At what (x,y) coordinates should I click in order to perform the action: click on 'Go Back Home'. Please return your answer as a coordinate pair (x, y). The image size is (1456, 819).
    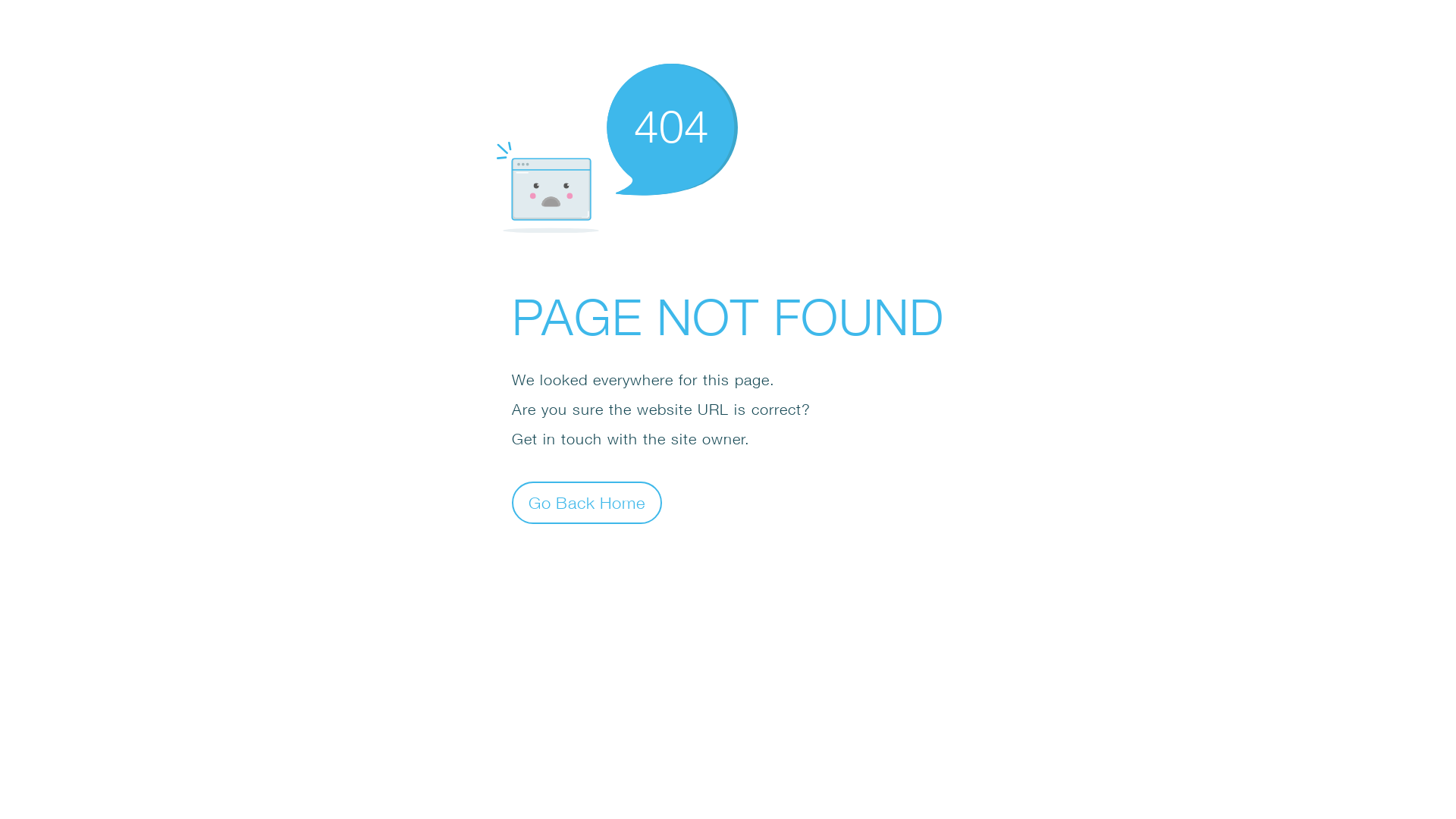
    Looking at the image, I should click on (585, 503).